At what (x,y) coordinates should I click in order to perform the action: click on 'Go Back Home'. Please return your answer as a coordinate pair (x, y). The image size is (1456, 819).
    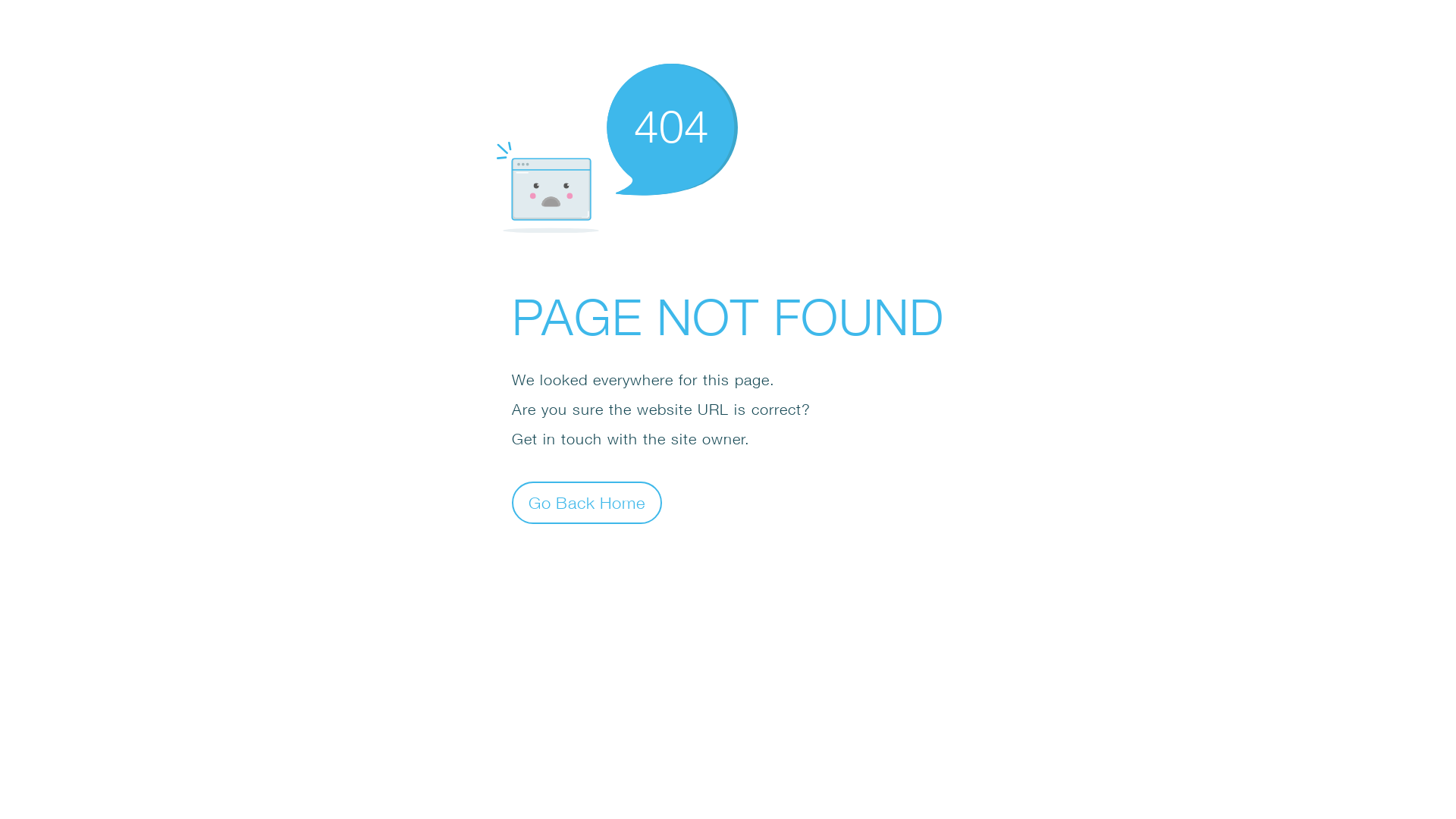
    Looking at the image, I should click on (585, 503).